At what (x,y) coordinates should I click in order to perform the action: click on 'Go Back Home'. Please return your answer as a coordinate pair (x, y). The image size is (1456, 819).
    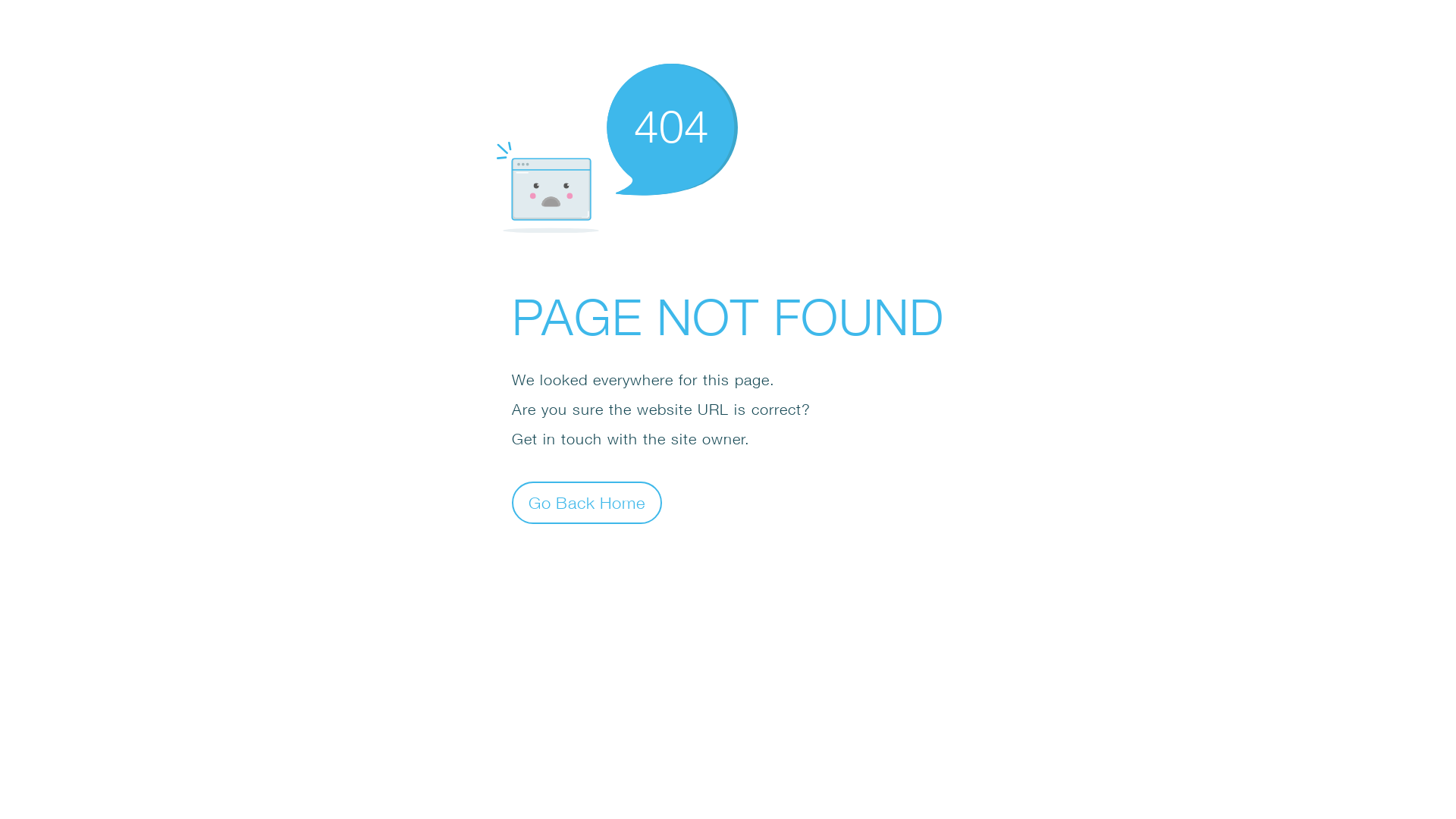
    Looking at the image, I should click on (585, 503).